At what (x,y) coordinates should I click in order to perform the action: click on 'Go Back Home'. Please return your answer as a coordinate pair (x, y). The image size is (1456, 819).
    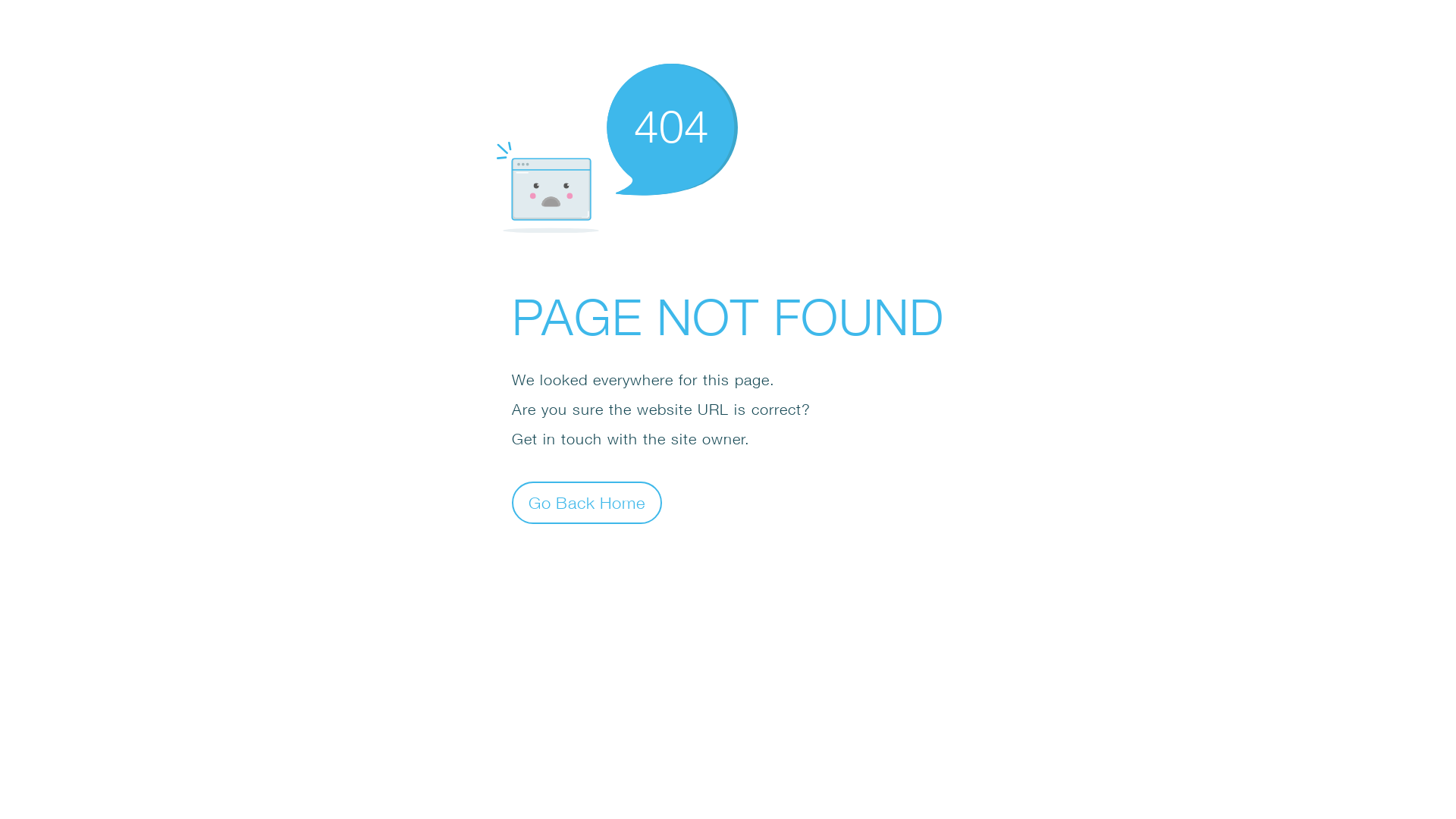
    Looking at the image, I should click on (585, 503).